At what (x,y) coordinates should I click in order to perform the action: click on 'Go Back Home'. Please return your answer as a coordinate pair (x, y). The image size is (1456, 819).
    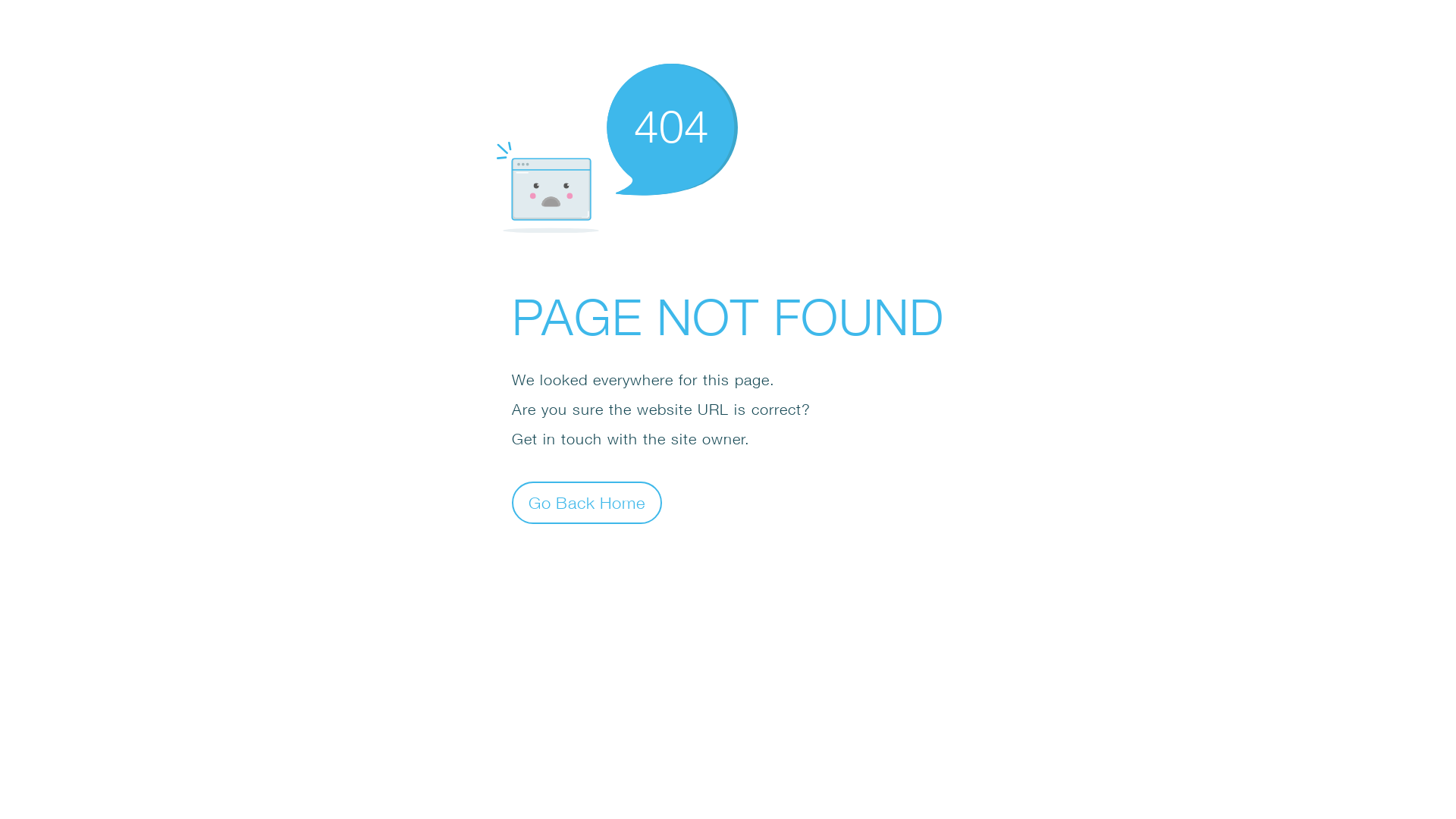
    Looking at the image, I should click on (585, 503).